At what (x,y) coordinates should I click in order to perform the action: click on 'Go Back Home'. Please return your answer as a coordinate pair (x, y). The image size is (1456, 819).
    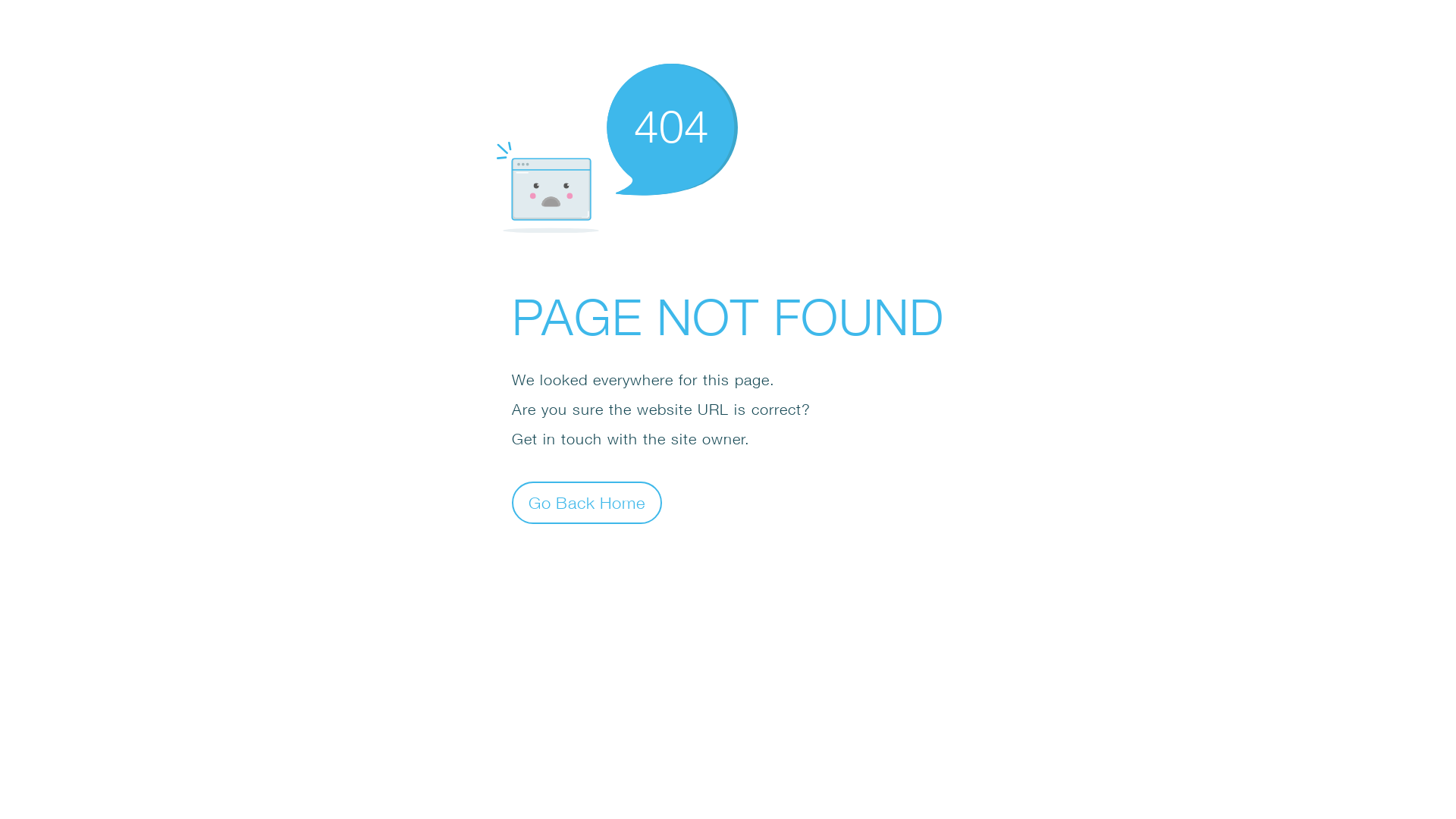
    Looking at the image, I should click on (585, 503).